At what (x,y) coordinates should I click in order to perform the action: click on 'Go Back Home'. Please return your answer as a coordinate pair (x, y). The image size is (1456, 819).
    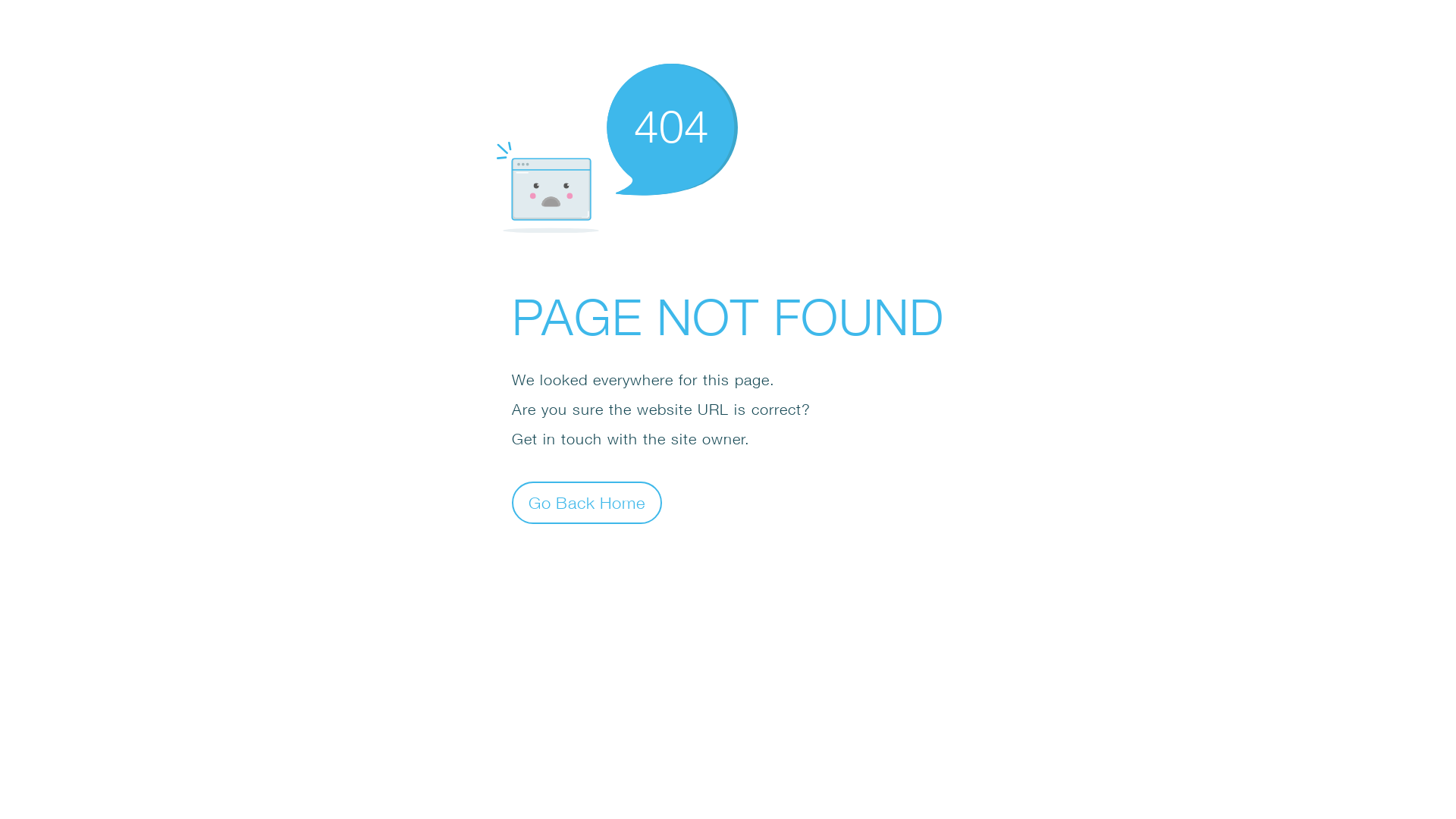
    Looking at the image, I should click on (585, 503).